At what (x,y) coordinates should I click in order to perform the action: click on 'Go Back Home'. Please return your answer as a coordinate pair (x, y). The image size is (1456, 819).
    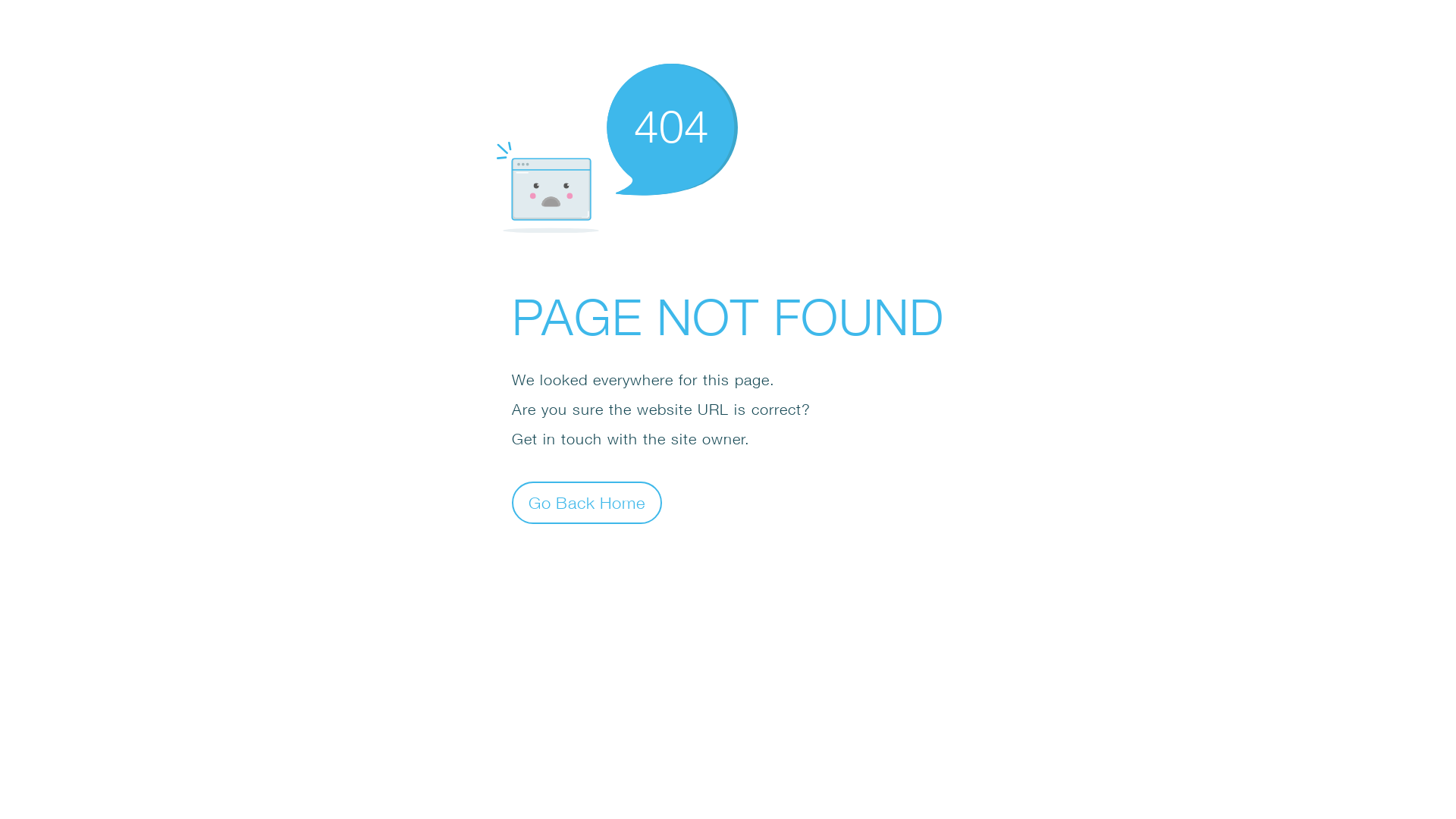
    Looking at the image, I should click on (585, 503).